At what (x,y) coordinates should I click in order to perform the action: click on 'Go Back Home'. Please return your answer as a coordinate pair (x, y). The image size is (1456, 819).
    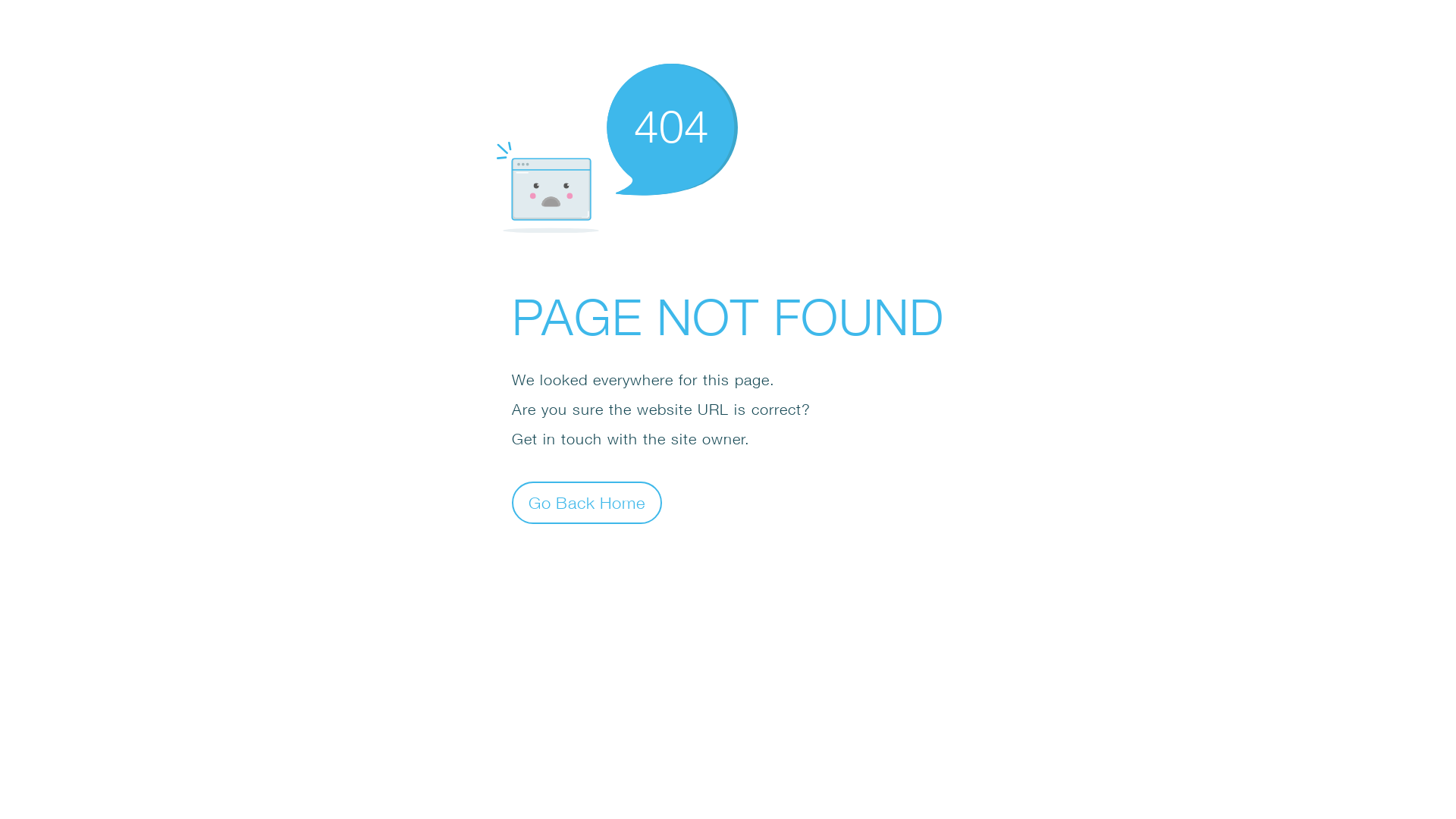
    Looking at the image, I should click on (585, 503).